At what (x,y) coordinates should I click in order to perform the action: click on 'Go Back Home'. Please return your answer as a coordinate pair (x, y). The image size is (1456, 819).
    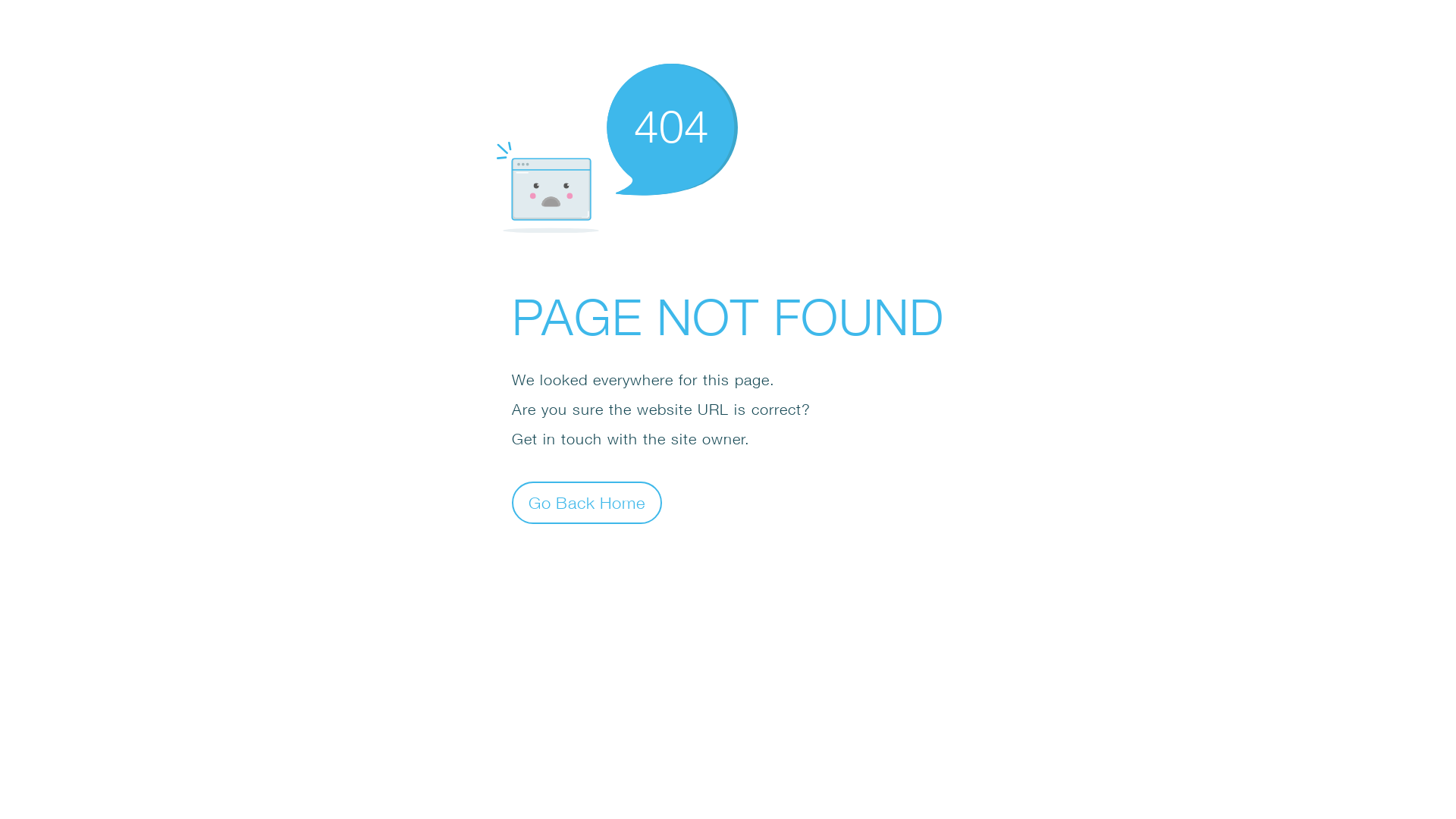
    Looking at the image, I should click on (585, 503).